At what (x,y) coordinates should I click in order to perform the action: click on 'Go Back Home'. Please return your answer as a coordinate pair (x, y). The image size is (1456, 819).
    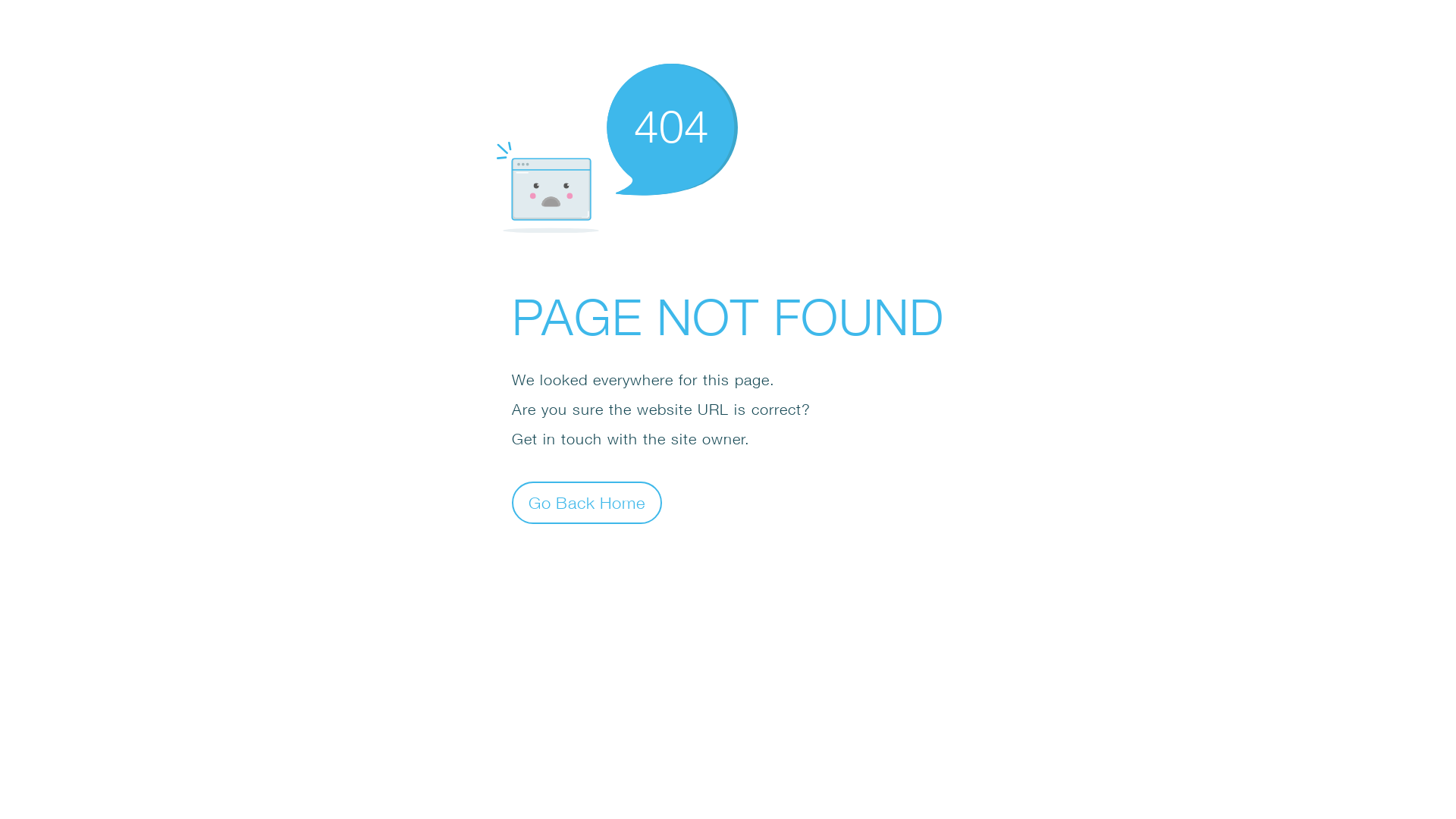
    Looking at the image, I should click on (585, 503).